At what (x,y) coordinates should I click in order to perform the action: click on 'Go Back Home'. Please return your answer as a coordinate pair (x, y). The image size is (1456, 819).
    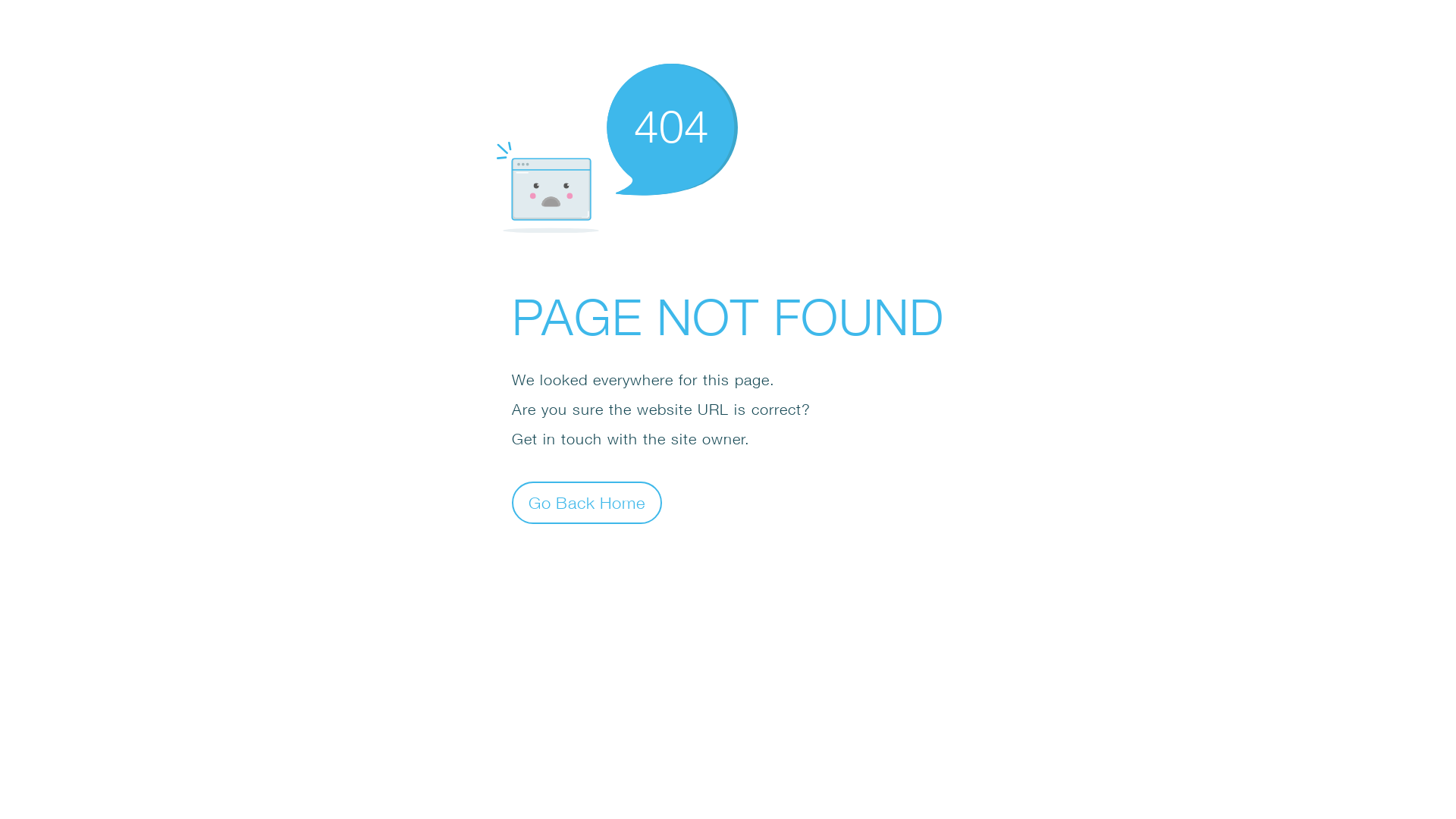
    Looking at the image, I should click on (585, 503).